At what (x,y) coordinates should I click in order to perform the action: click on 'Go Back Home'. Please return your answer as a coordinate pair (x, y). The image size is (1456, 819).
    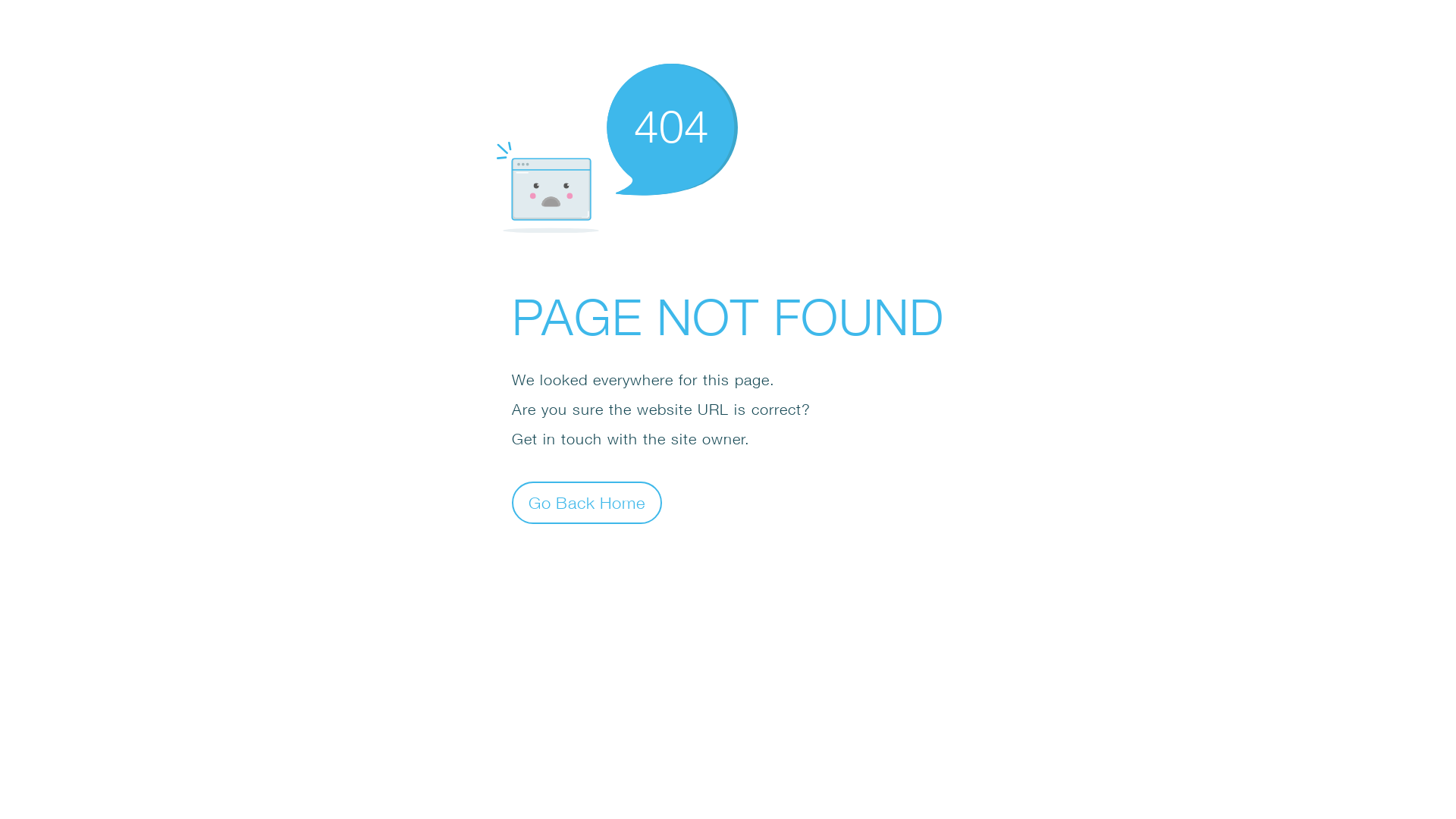
    Looking at the image, I should click on (585, 503).